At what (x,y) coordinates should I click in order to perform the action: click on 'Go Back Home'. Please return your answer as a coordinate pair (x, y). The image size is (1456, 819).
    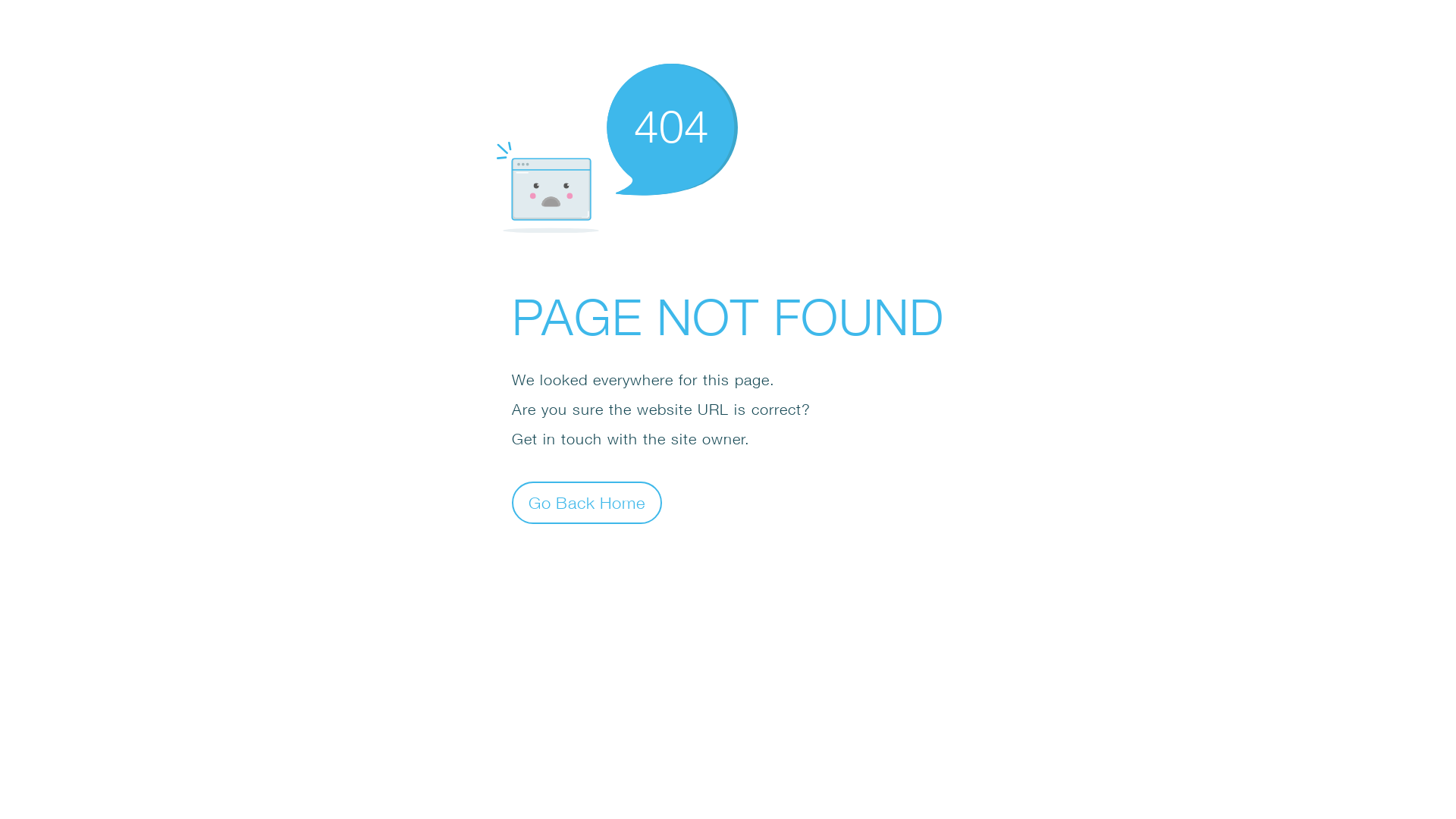
    Looking at the image, I should click on (585, 503).